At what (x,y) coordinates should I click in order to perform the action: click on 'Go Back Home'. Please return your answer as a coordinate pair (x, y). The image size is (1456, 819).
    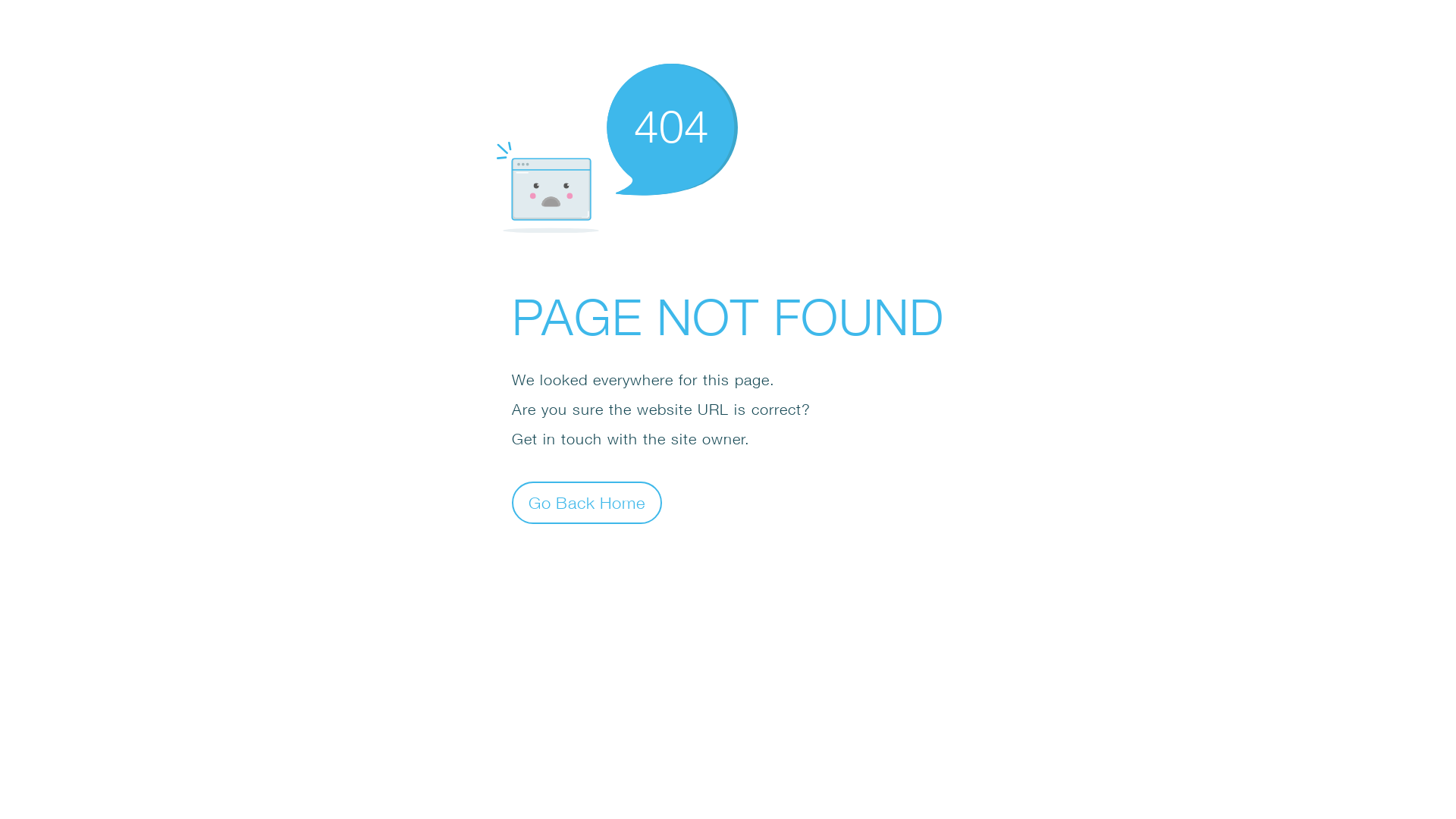
    Looking at the image, I should click on (585, 503).